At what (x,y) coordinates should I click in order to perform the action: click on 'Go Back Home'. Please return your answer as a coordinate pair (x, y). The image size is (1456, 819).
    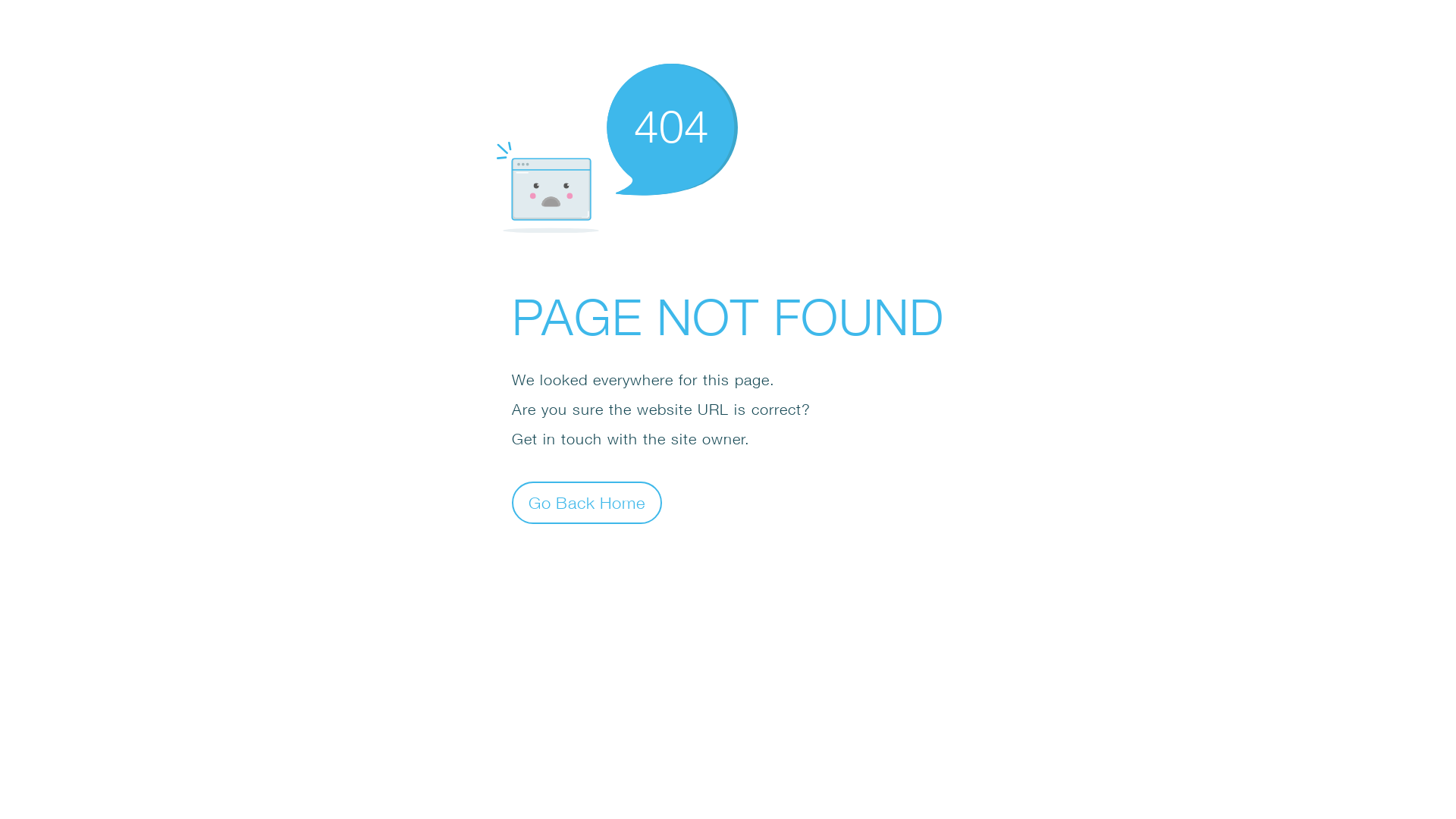
    Looking at the image, I should click on (585, 503).